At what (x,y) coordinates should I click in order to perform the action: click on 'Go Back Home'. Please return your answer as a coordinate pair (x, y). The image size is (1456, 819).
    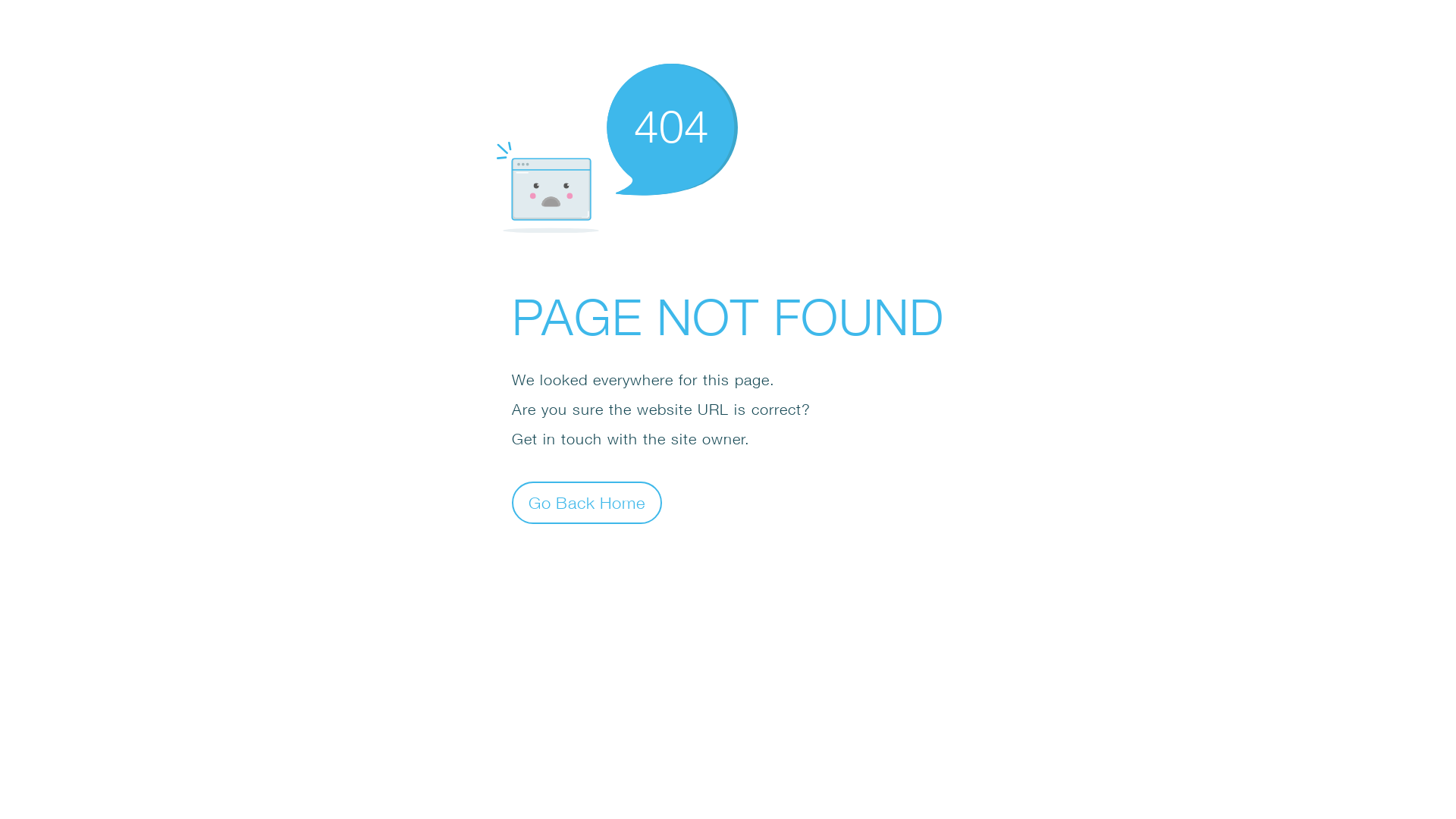
    Looking at the image, I should click on (585, 503).